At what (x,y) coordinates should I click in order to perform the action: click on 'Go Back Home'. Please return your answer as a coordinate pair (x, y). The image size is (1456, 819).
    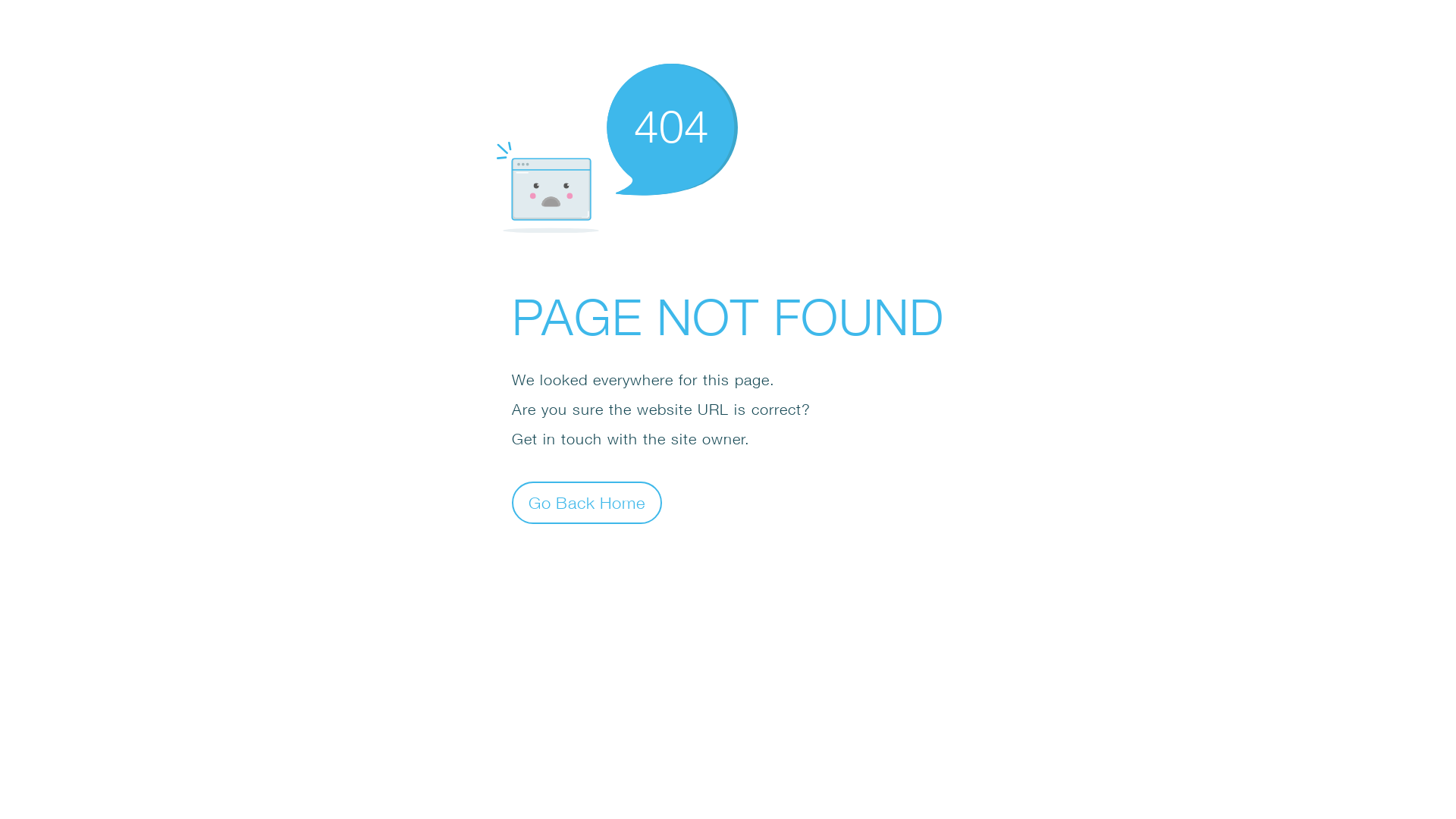
    Looking at the image, I should click on (585, 503).